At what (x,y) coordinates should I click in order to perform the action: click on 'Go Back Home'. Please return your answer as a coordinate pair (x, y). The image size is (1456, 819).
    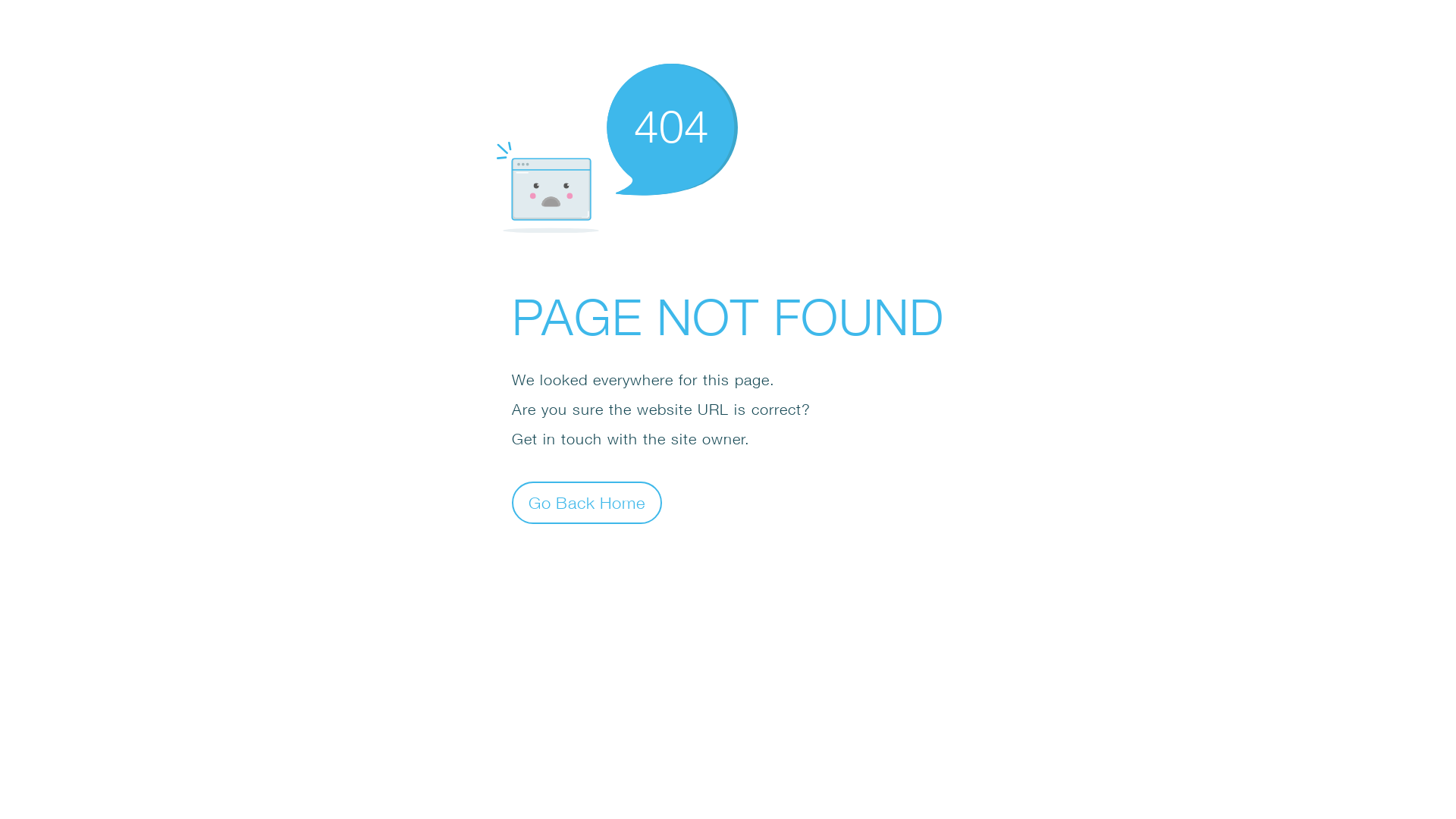
    Looking at the image, I should click on (585, 503).